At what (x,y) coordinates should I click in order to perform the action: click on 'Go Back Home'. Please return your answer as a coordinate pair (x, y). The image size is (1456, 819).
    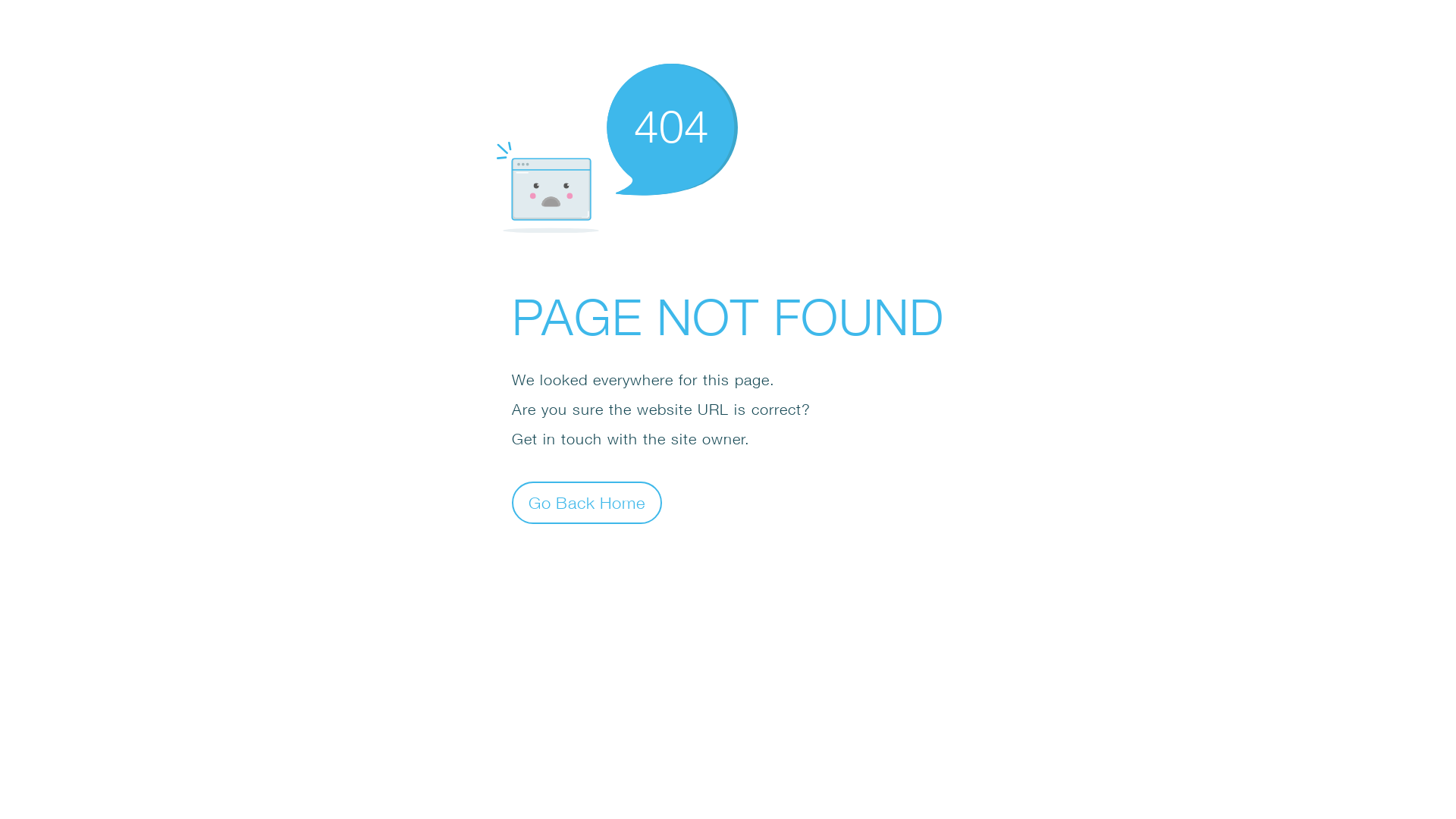
    Looking at the image, I should click on (585, 503).